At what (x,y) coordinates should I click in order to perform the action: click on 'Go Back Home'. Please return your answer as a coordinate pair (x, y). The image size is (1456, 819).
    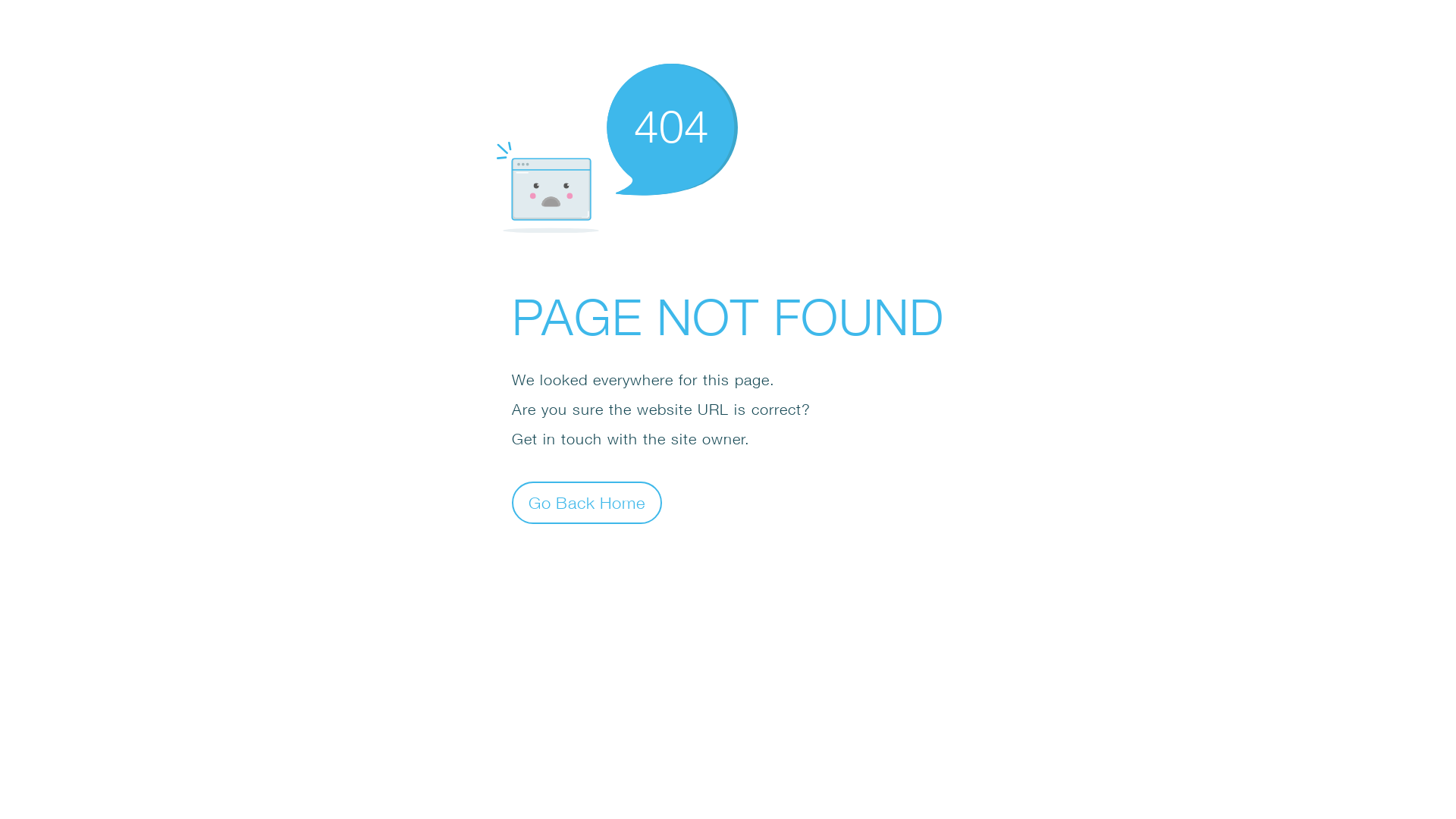
    Looking at the image, I should click on (585, 503).